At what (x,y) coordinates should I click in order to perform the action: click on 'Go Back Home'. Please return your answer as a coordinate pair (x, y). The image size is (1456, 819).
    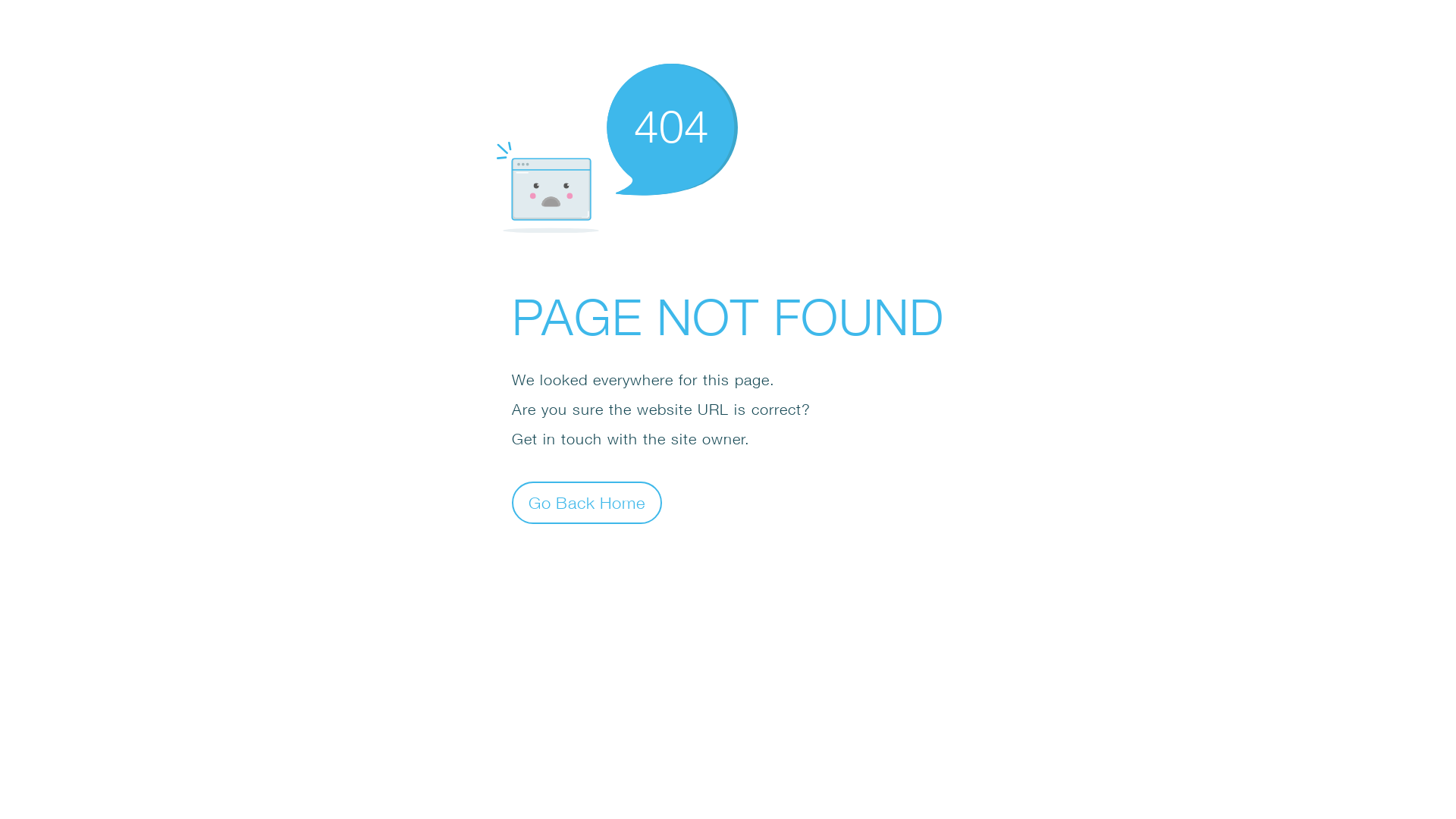
    Looking at the image, I should click on (585, 503).